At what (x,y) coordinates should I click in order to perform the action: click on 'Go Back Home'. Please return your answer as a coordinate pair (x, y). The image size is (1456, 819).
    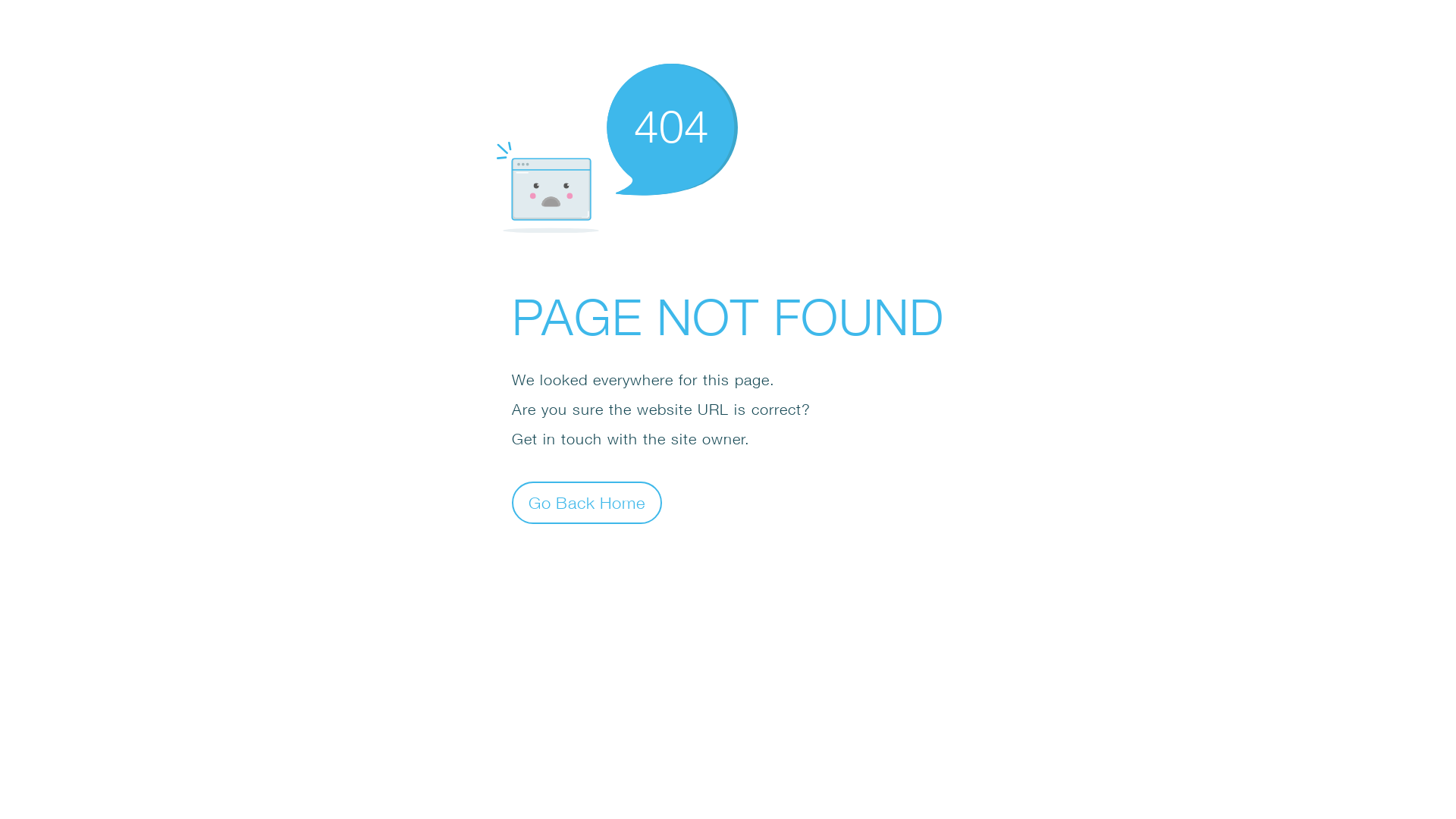
    Looking at the image, I should click on (585, 503).